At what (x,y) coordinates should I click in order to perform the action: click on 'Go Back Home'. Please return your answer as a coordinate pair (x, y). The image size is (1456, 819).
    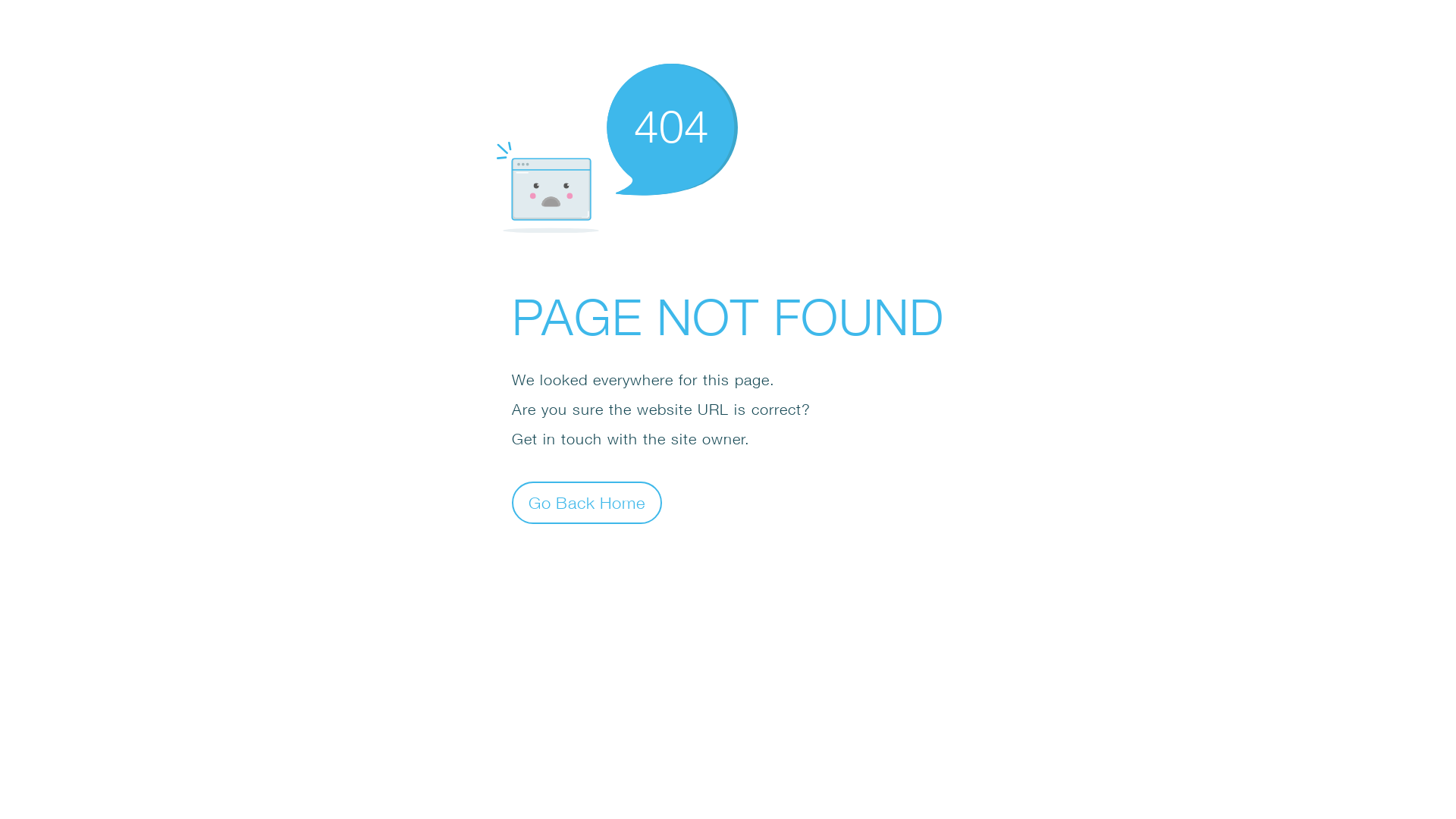
    Looking at the image, I should click on (585, 503).